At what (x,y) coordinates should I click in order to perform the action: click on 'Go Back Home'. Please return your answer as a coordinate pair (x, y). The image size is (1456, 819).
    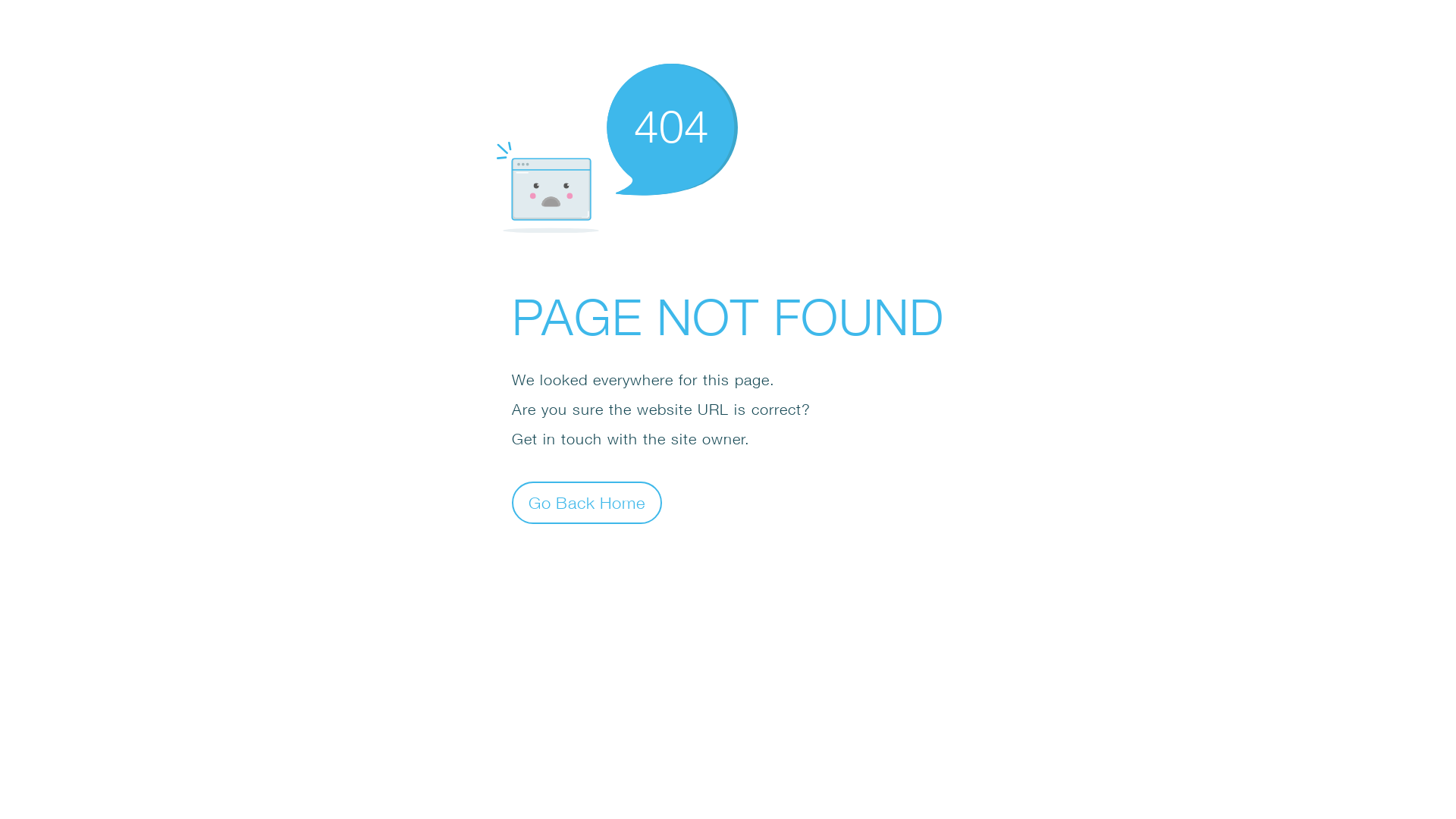
    Looking at the image, I should click on (585, 503).